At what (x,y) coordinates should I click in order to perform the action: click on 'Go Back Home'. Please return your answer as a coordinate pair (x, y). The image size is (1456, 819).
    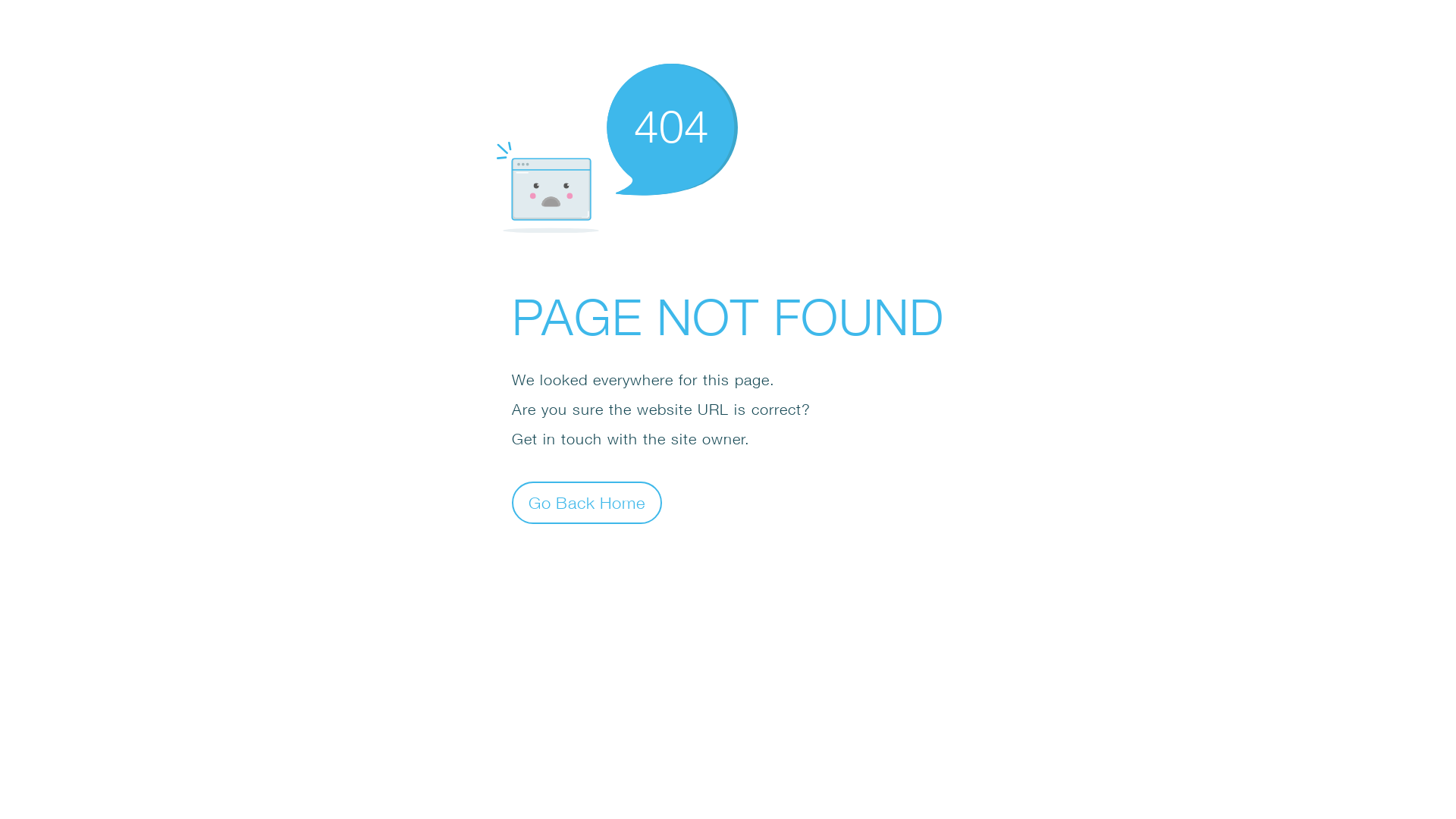
    Looking at the image, I should click on (585, 503).